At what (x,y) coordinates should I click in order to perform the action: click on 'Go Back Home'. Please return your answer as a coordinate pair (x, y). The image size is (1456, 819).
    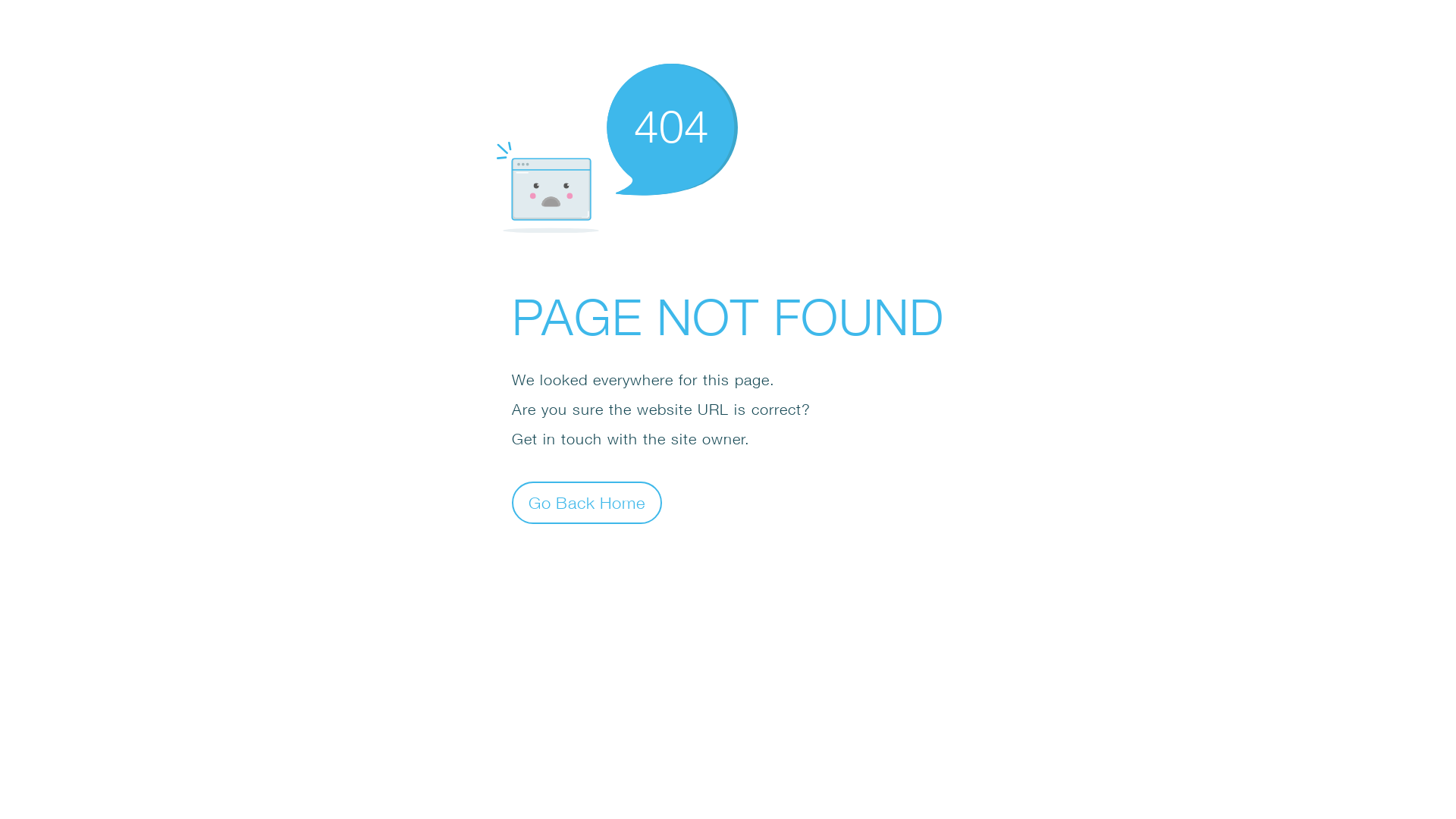
    Looking at the image, I should click on (585, 503).